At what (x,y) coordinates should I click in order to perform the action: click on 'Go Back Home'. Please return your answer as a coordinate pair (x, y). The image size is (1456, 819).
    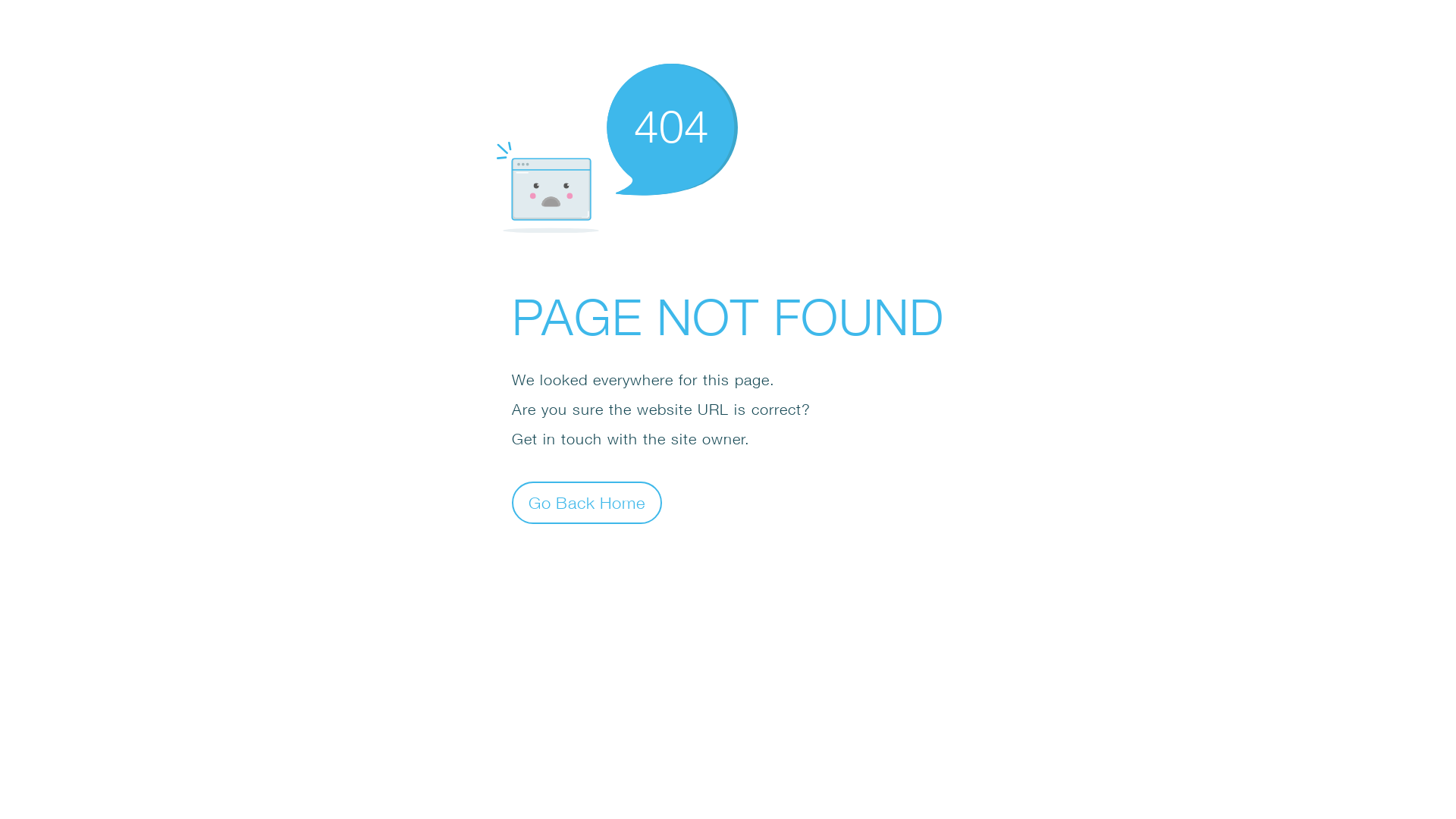
    Looking at the image, I should click on (585, 503).